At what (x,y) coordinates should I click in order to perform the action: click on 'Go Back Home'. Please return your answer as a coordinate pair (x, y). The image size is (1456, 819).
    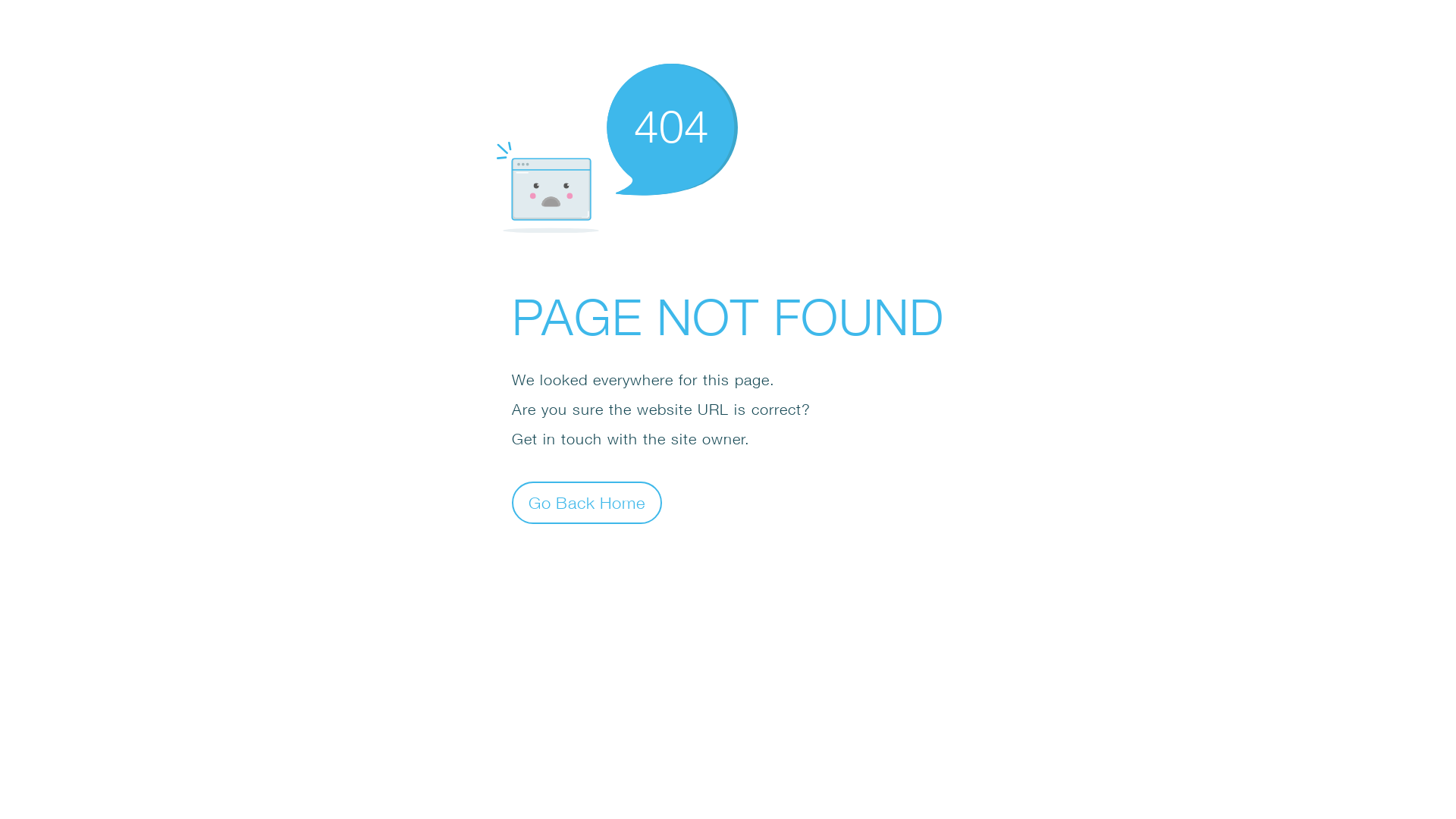
    Looking at the image, I should click on (585, 503).